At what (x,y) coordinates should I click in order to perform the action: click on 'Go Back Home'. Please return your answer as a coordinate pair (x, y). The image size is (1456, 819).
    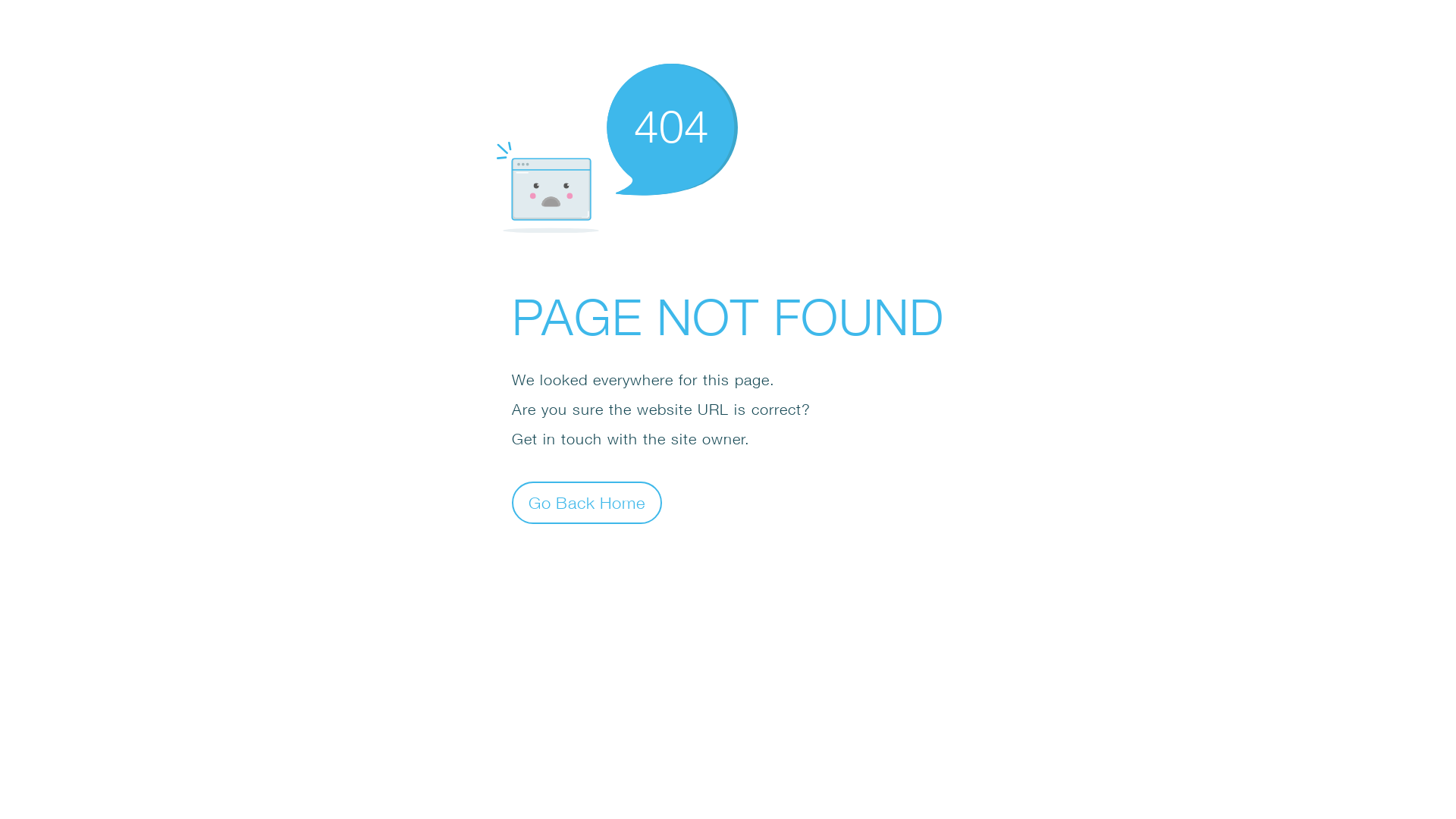
    Looking at the image, I should click on (585, 503).